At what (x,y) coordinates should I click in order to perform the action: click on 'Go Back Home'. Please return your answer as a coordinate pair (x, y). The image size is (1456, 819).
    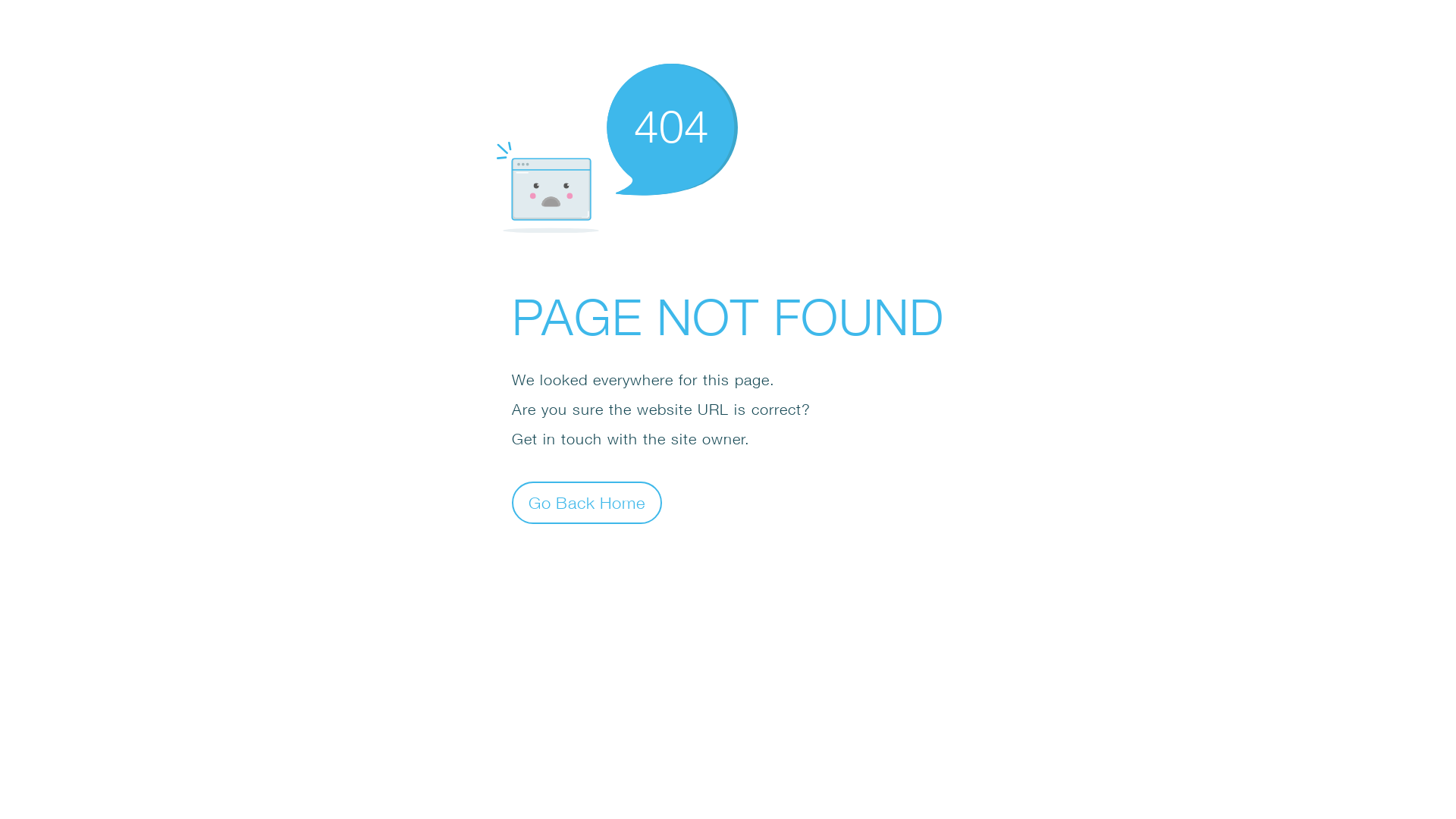
    Looking at the image, I should click on (585, 503).